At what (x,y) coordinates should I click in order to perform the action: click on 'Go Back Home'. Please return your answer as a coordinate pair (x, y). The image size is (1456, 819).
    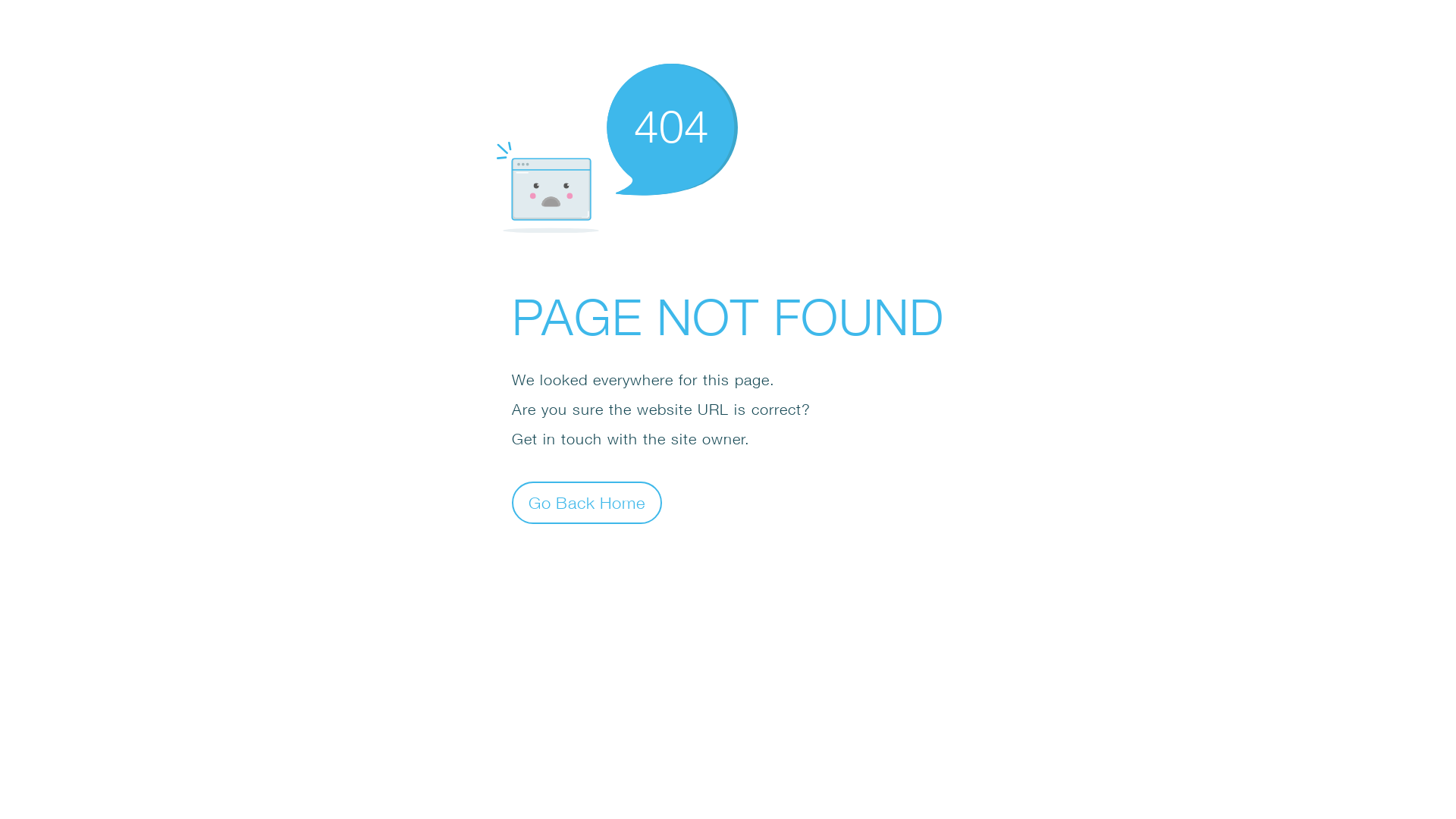
    Looking at the image, I should click on (585, 503).